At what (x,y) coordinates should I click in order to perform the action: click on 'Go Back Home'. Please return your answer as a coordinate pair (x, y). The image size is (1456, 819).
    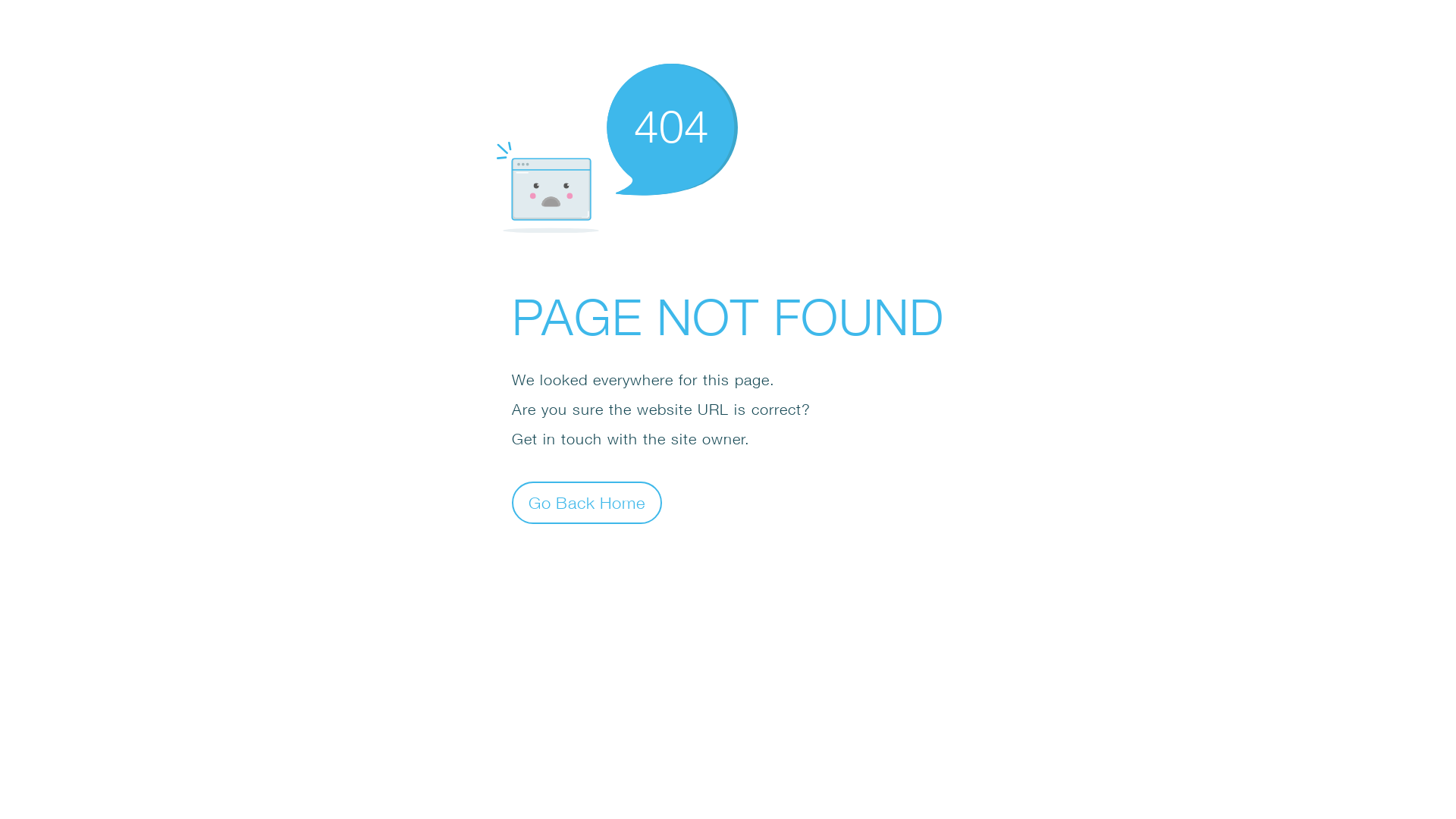
    Looking at the image, I should click on (585, 503).